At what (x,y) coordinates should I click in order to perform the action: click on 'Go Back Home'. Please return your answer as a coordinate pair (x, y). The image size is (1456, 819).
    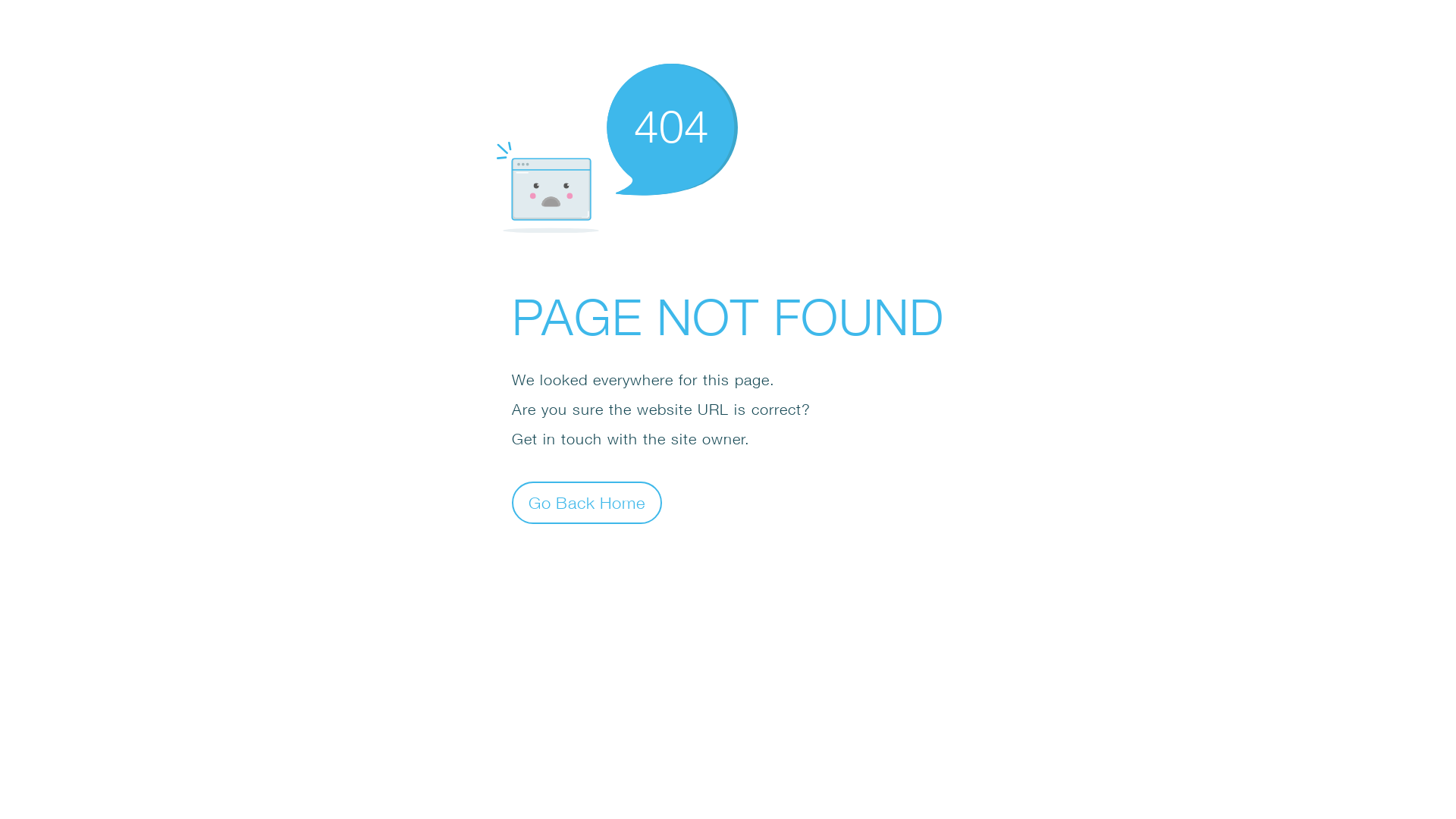
    Looking at the image, I should click on (585, 503).